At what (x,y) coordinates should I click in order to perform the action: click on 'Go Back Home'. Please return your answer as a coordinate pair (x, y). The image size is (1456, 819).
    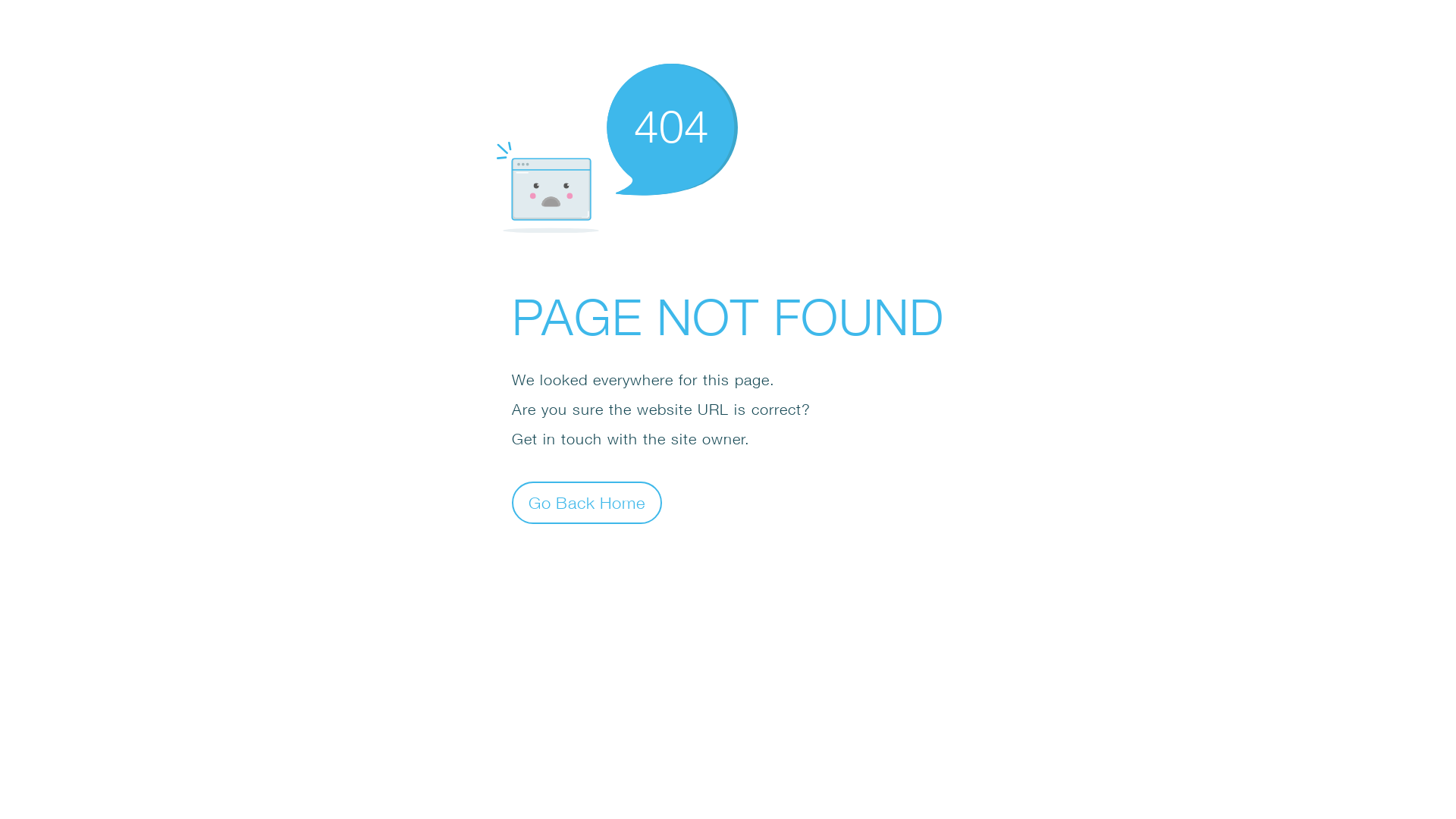
    Looking at the image, I should click on (585, 503).